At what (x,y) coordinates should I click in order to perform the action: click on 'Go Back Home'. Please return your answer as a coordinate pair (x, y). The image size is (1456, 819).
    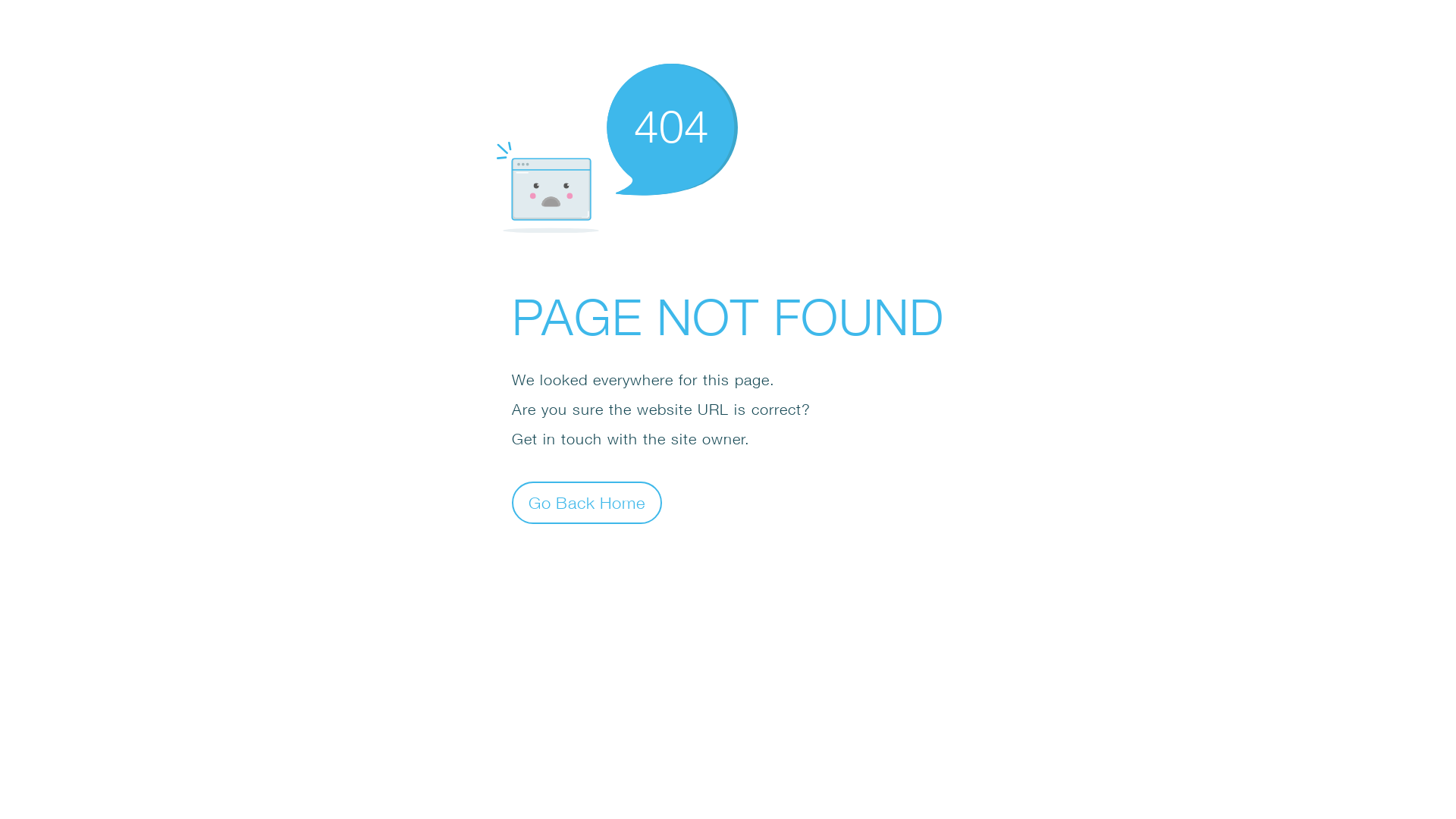
    Looking at the image, I should click on (585, 503).